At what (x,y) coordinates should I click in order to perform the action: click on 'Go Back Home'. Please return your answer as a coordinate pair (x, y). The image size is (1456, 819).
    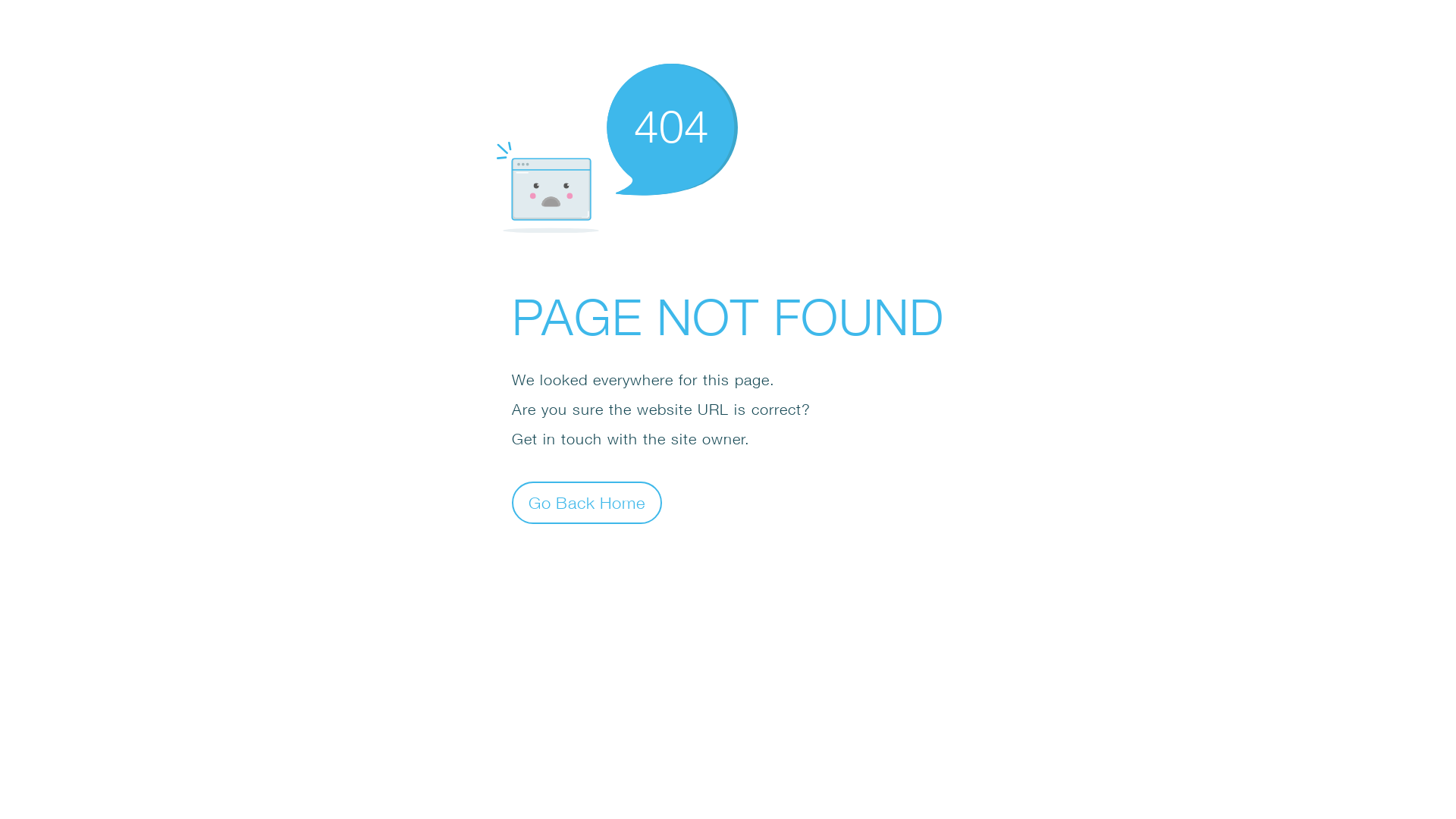
    Looking at the image, I should click on (585, 503).